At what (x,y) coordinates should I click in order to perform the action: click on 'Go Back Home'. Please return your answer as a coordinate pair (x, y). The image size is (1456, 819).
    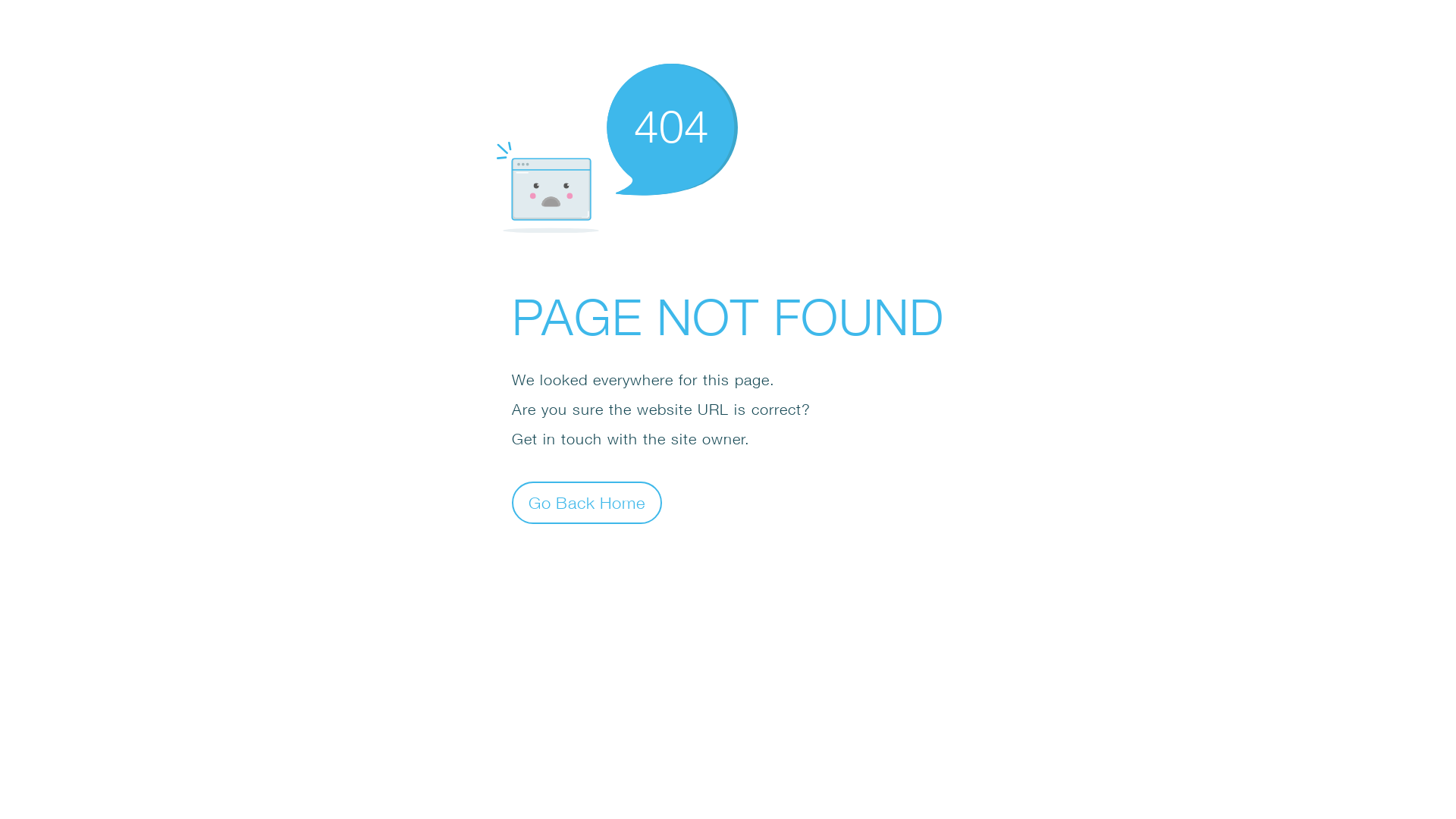
    Looking at the image, I should click on (585, 503).